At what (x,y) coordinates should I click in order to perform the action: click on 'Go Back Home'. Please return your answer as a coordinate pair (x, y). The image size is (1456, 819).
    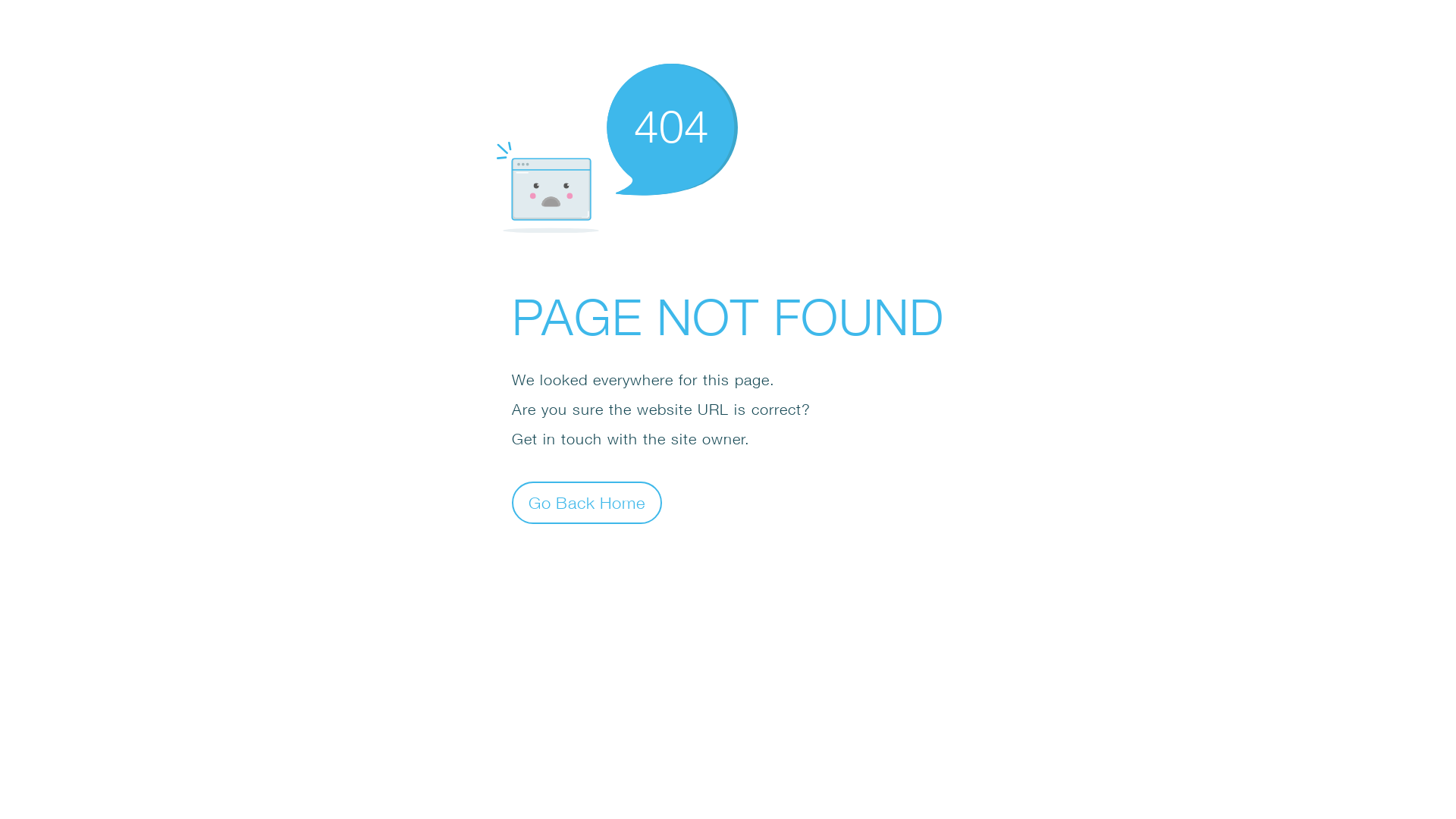
    Looking at the image, I should click on (585, 503).